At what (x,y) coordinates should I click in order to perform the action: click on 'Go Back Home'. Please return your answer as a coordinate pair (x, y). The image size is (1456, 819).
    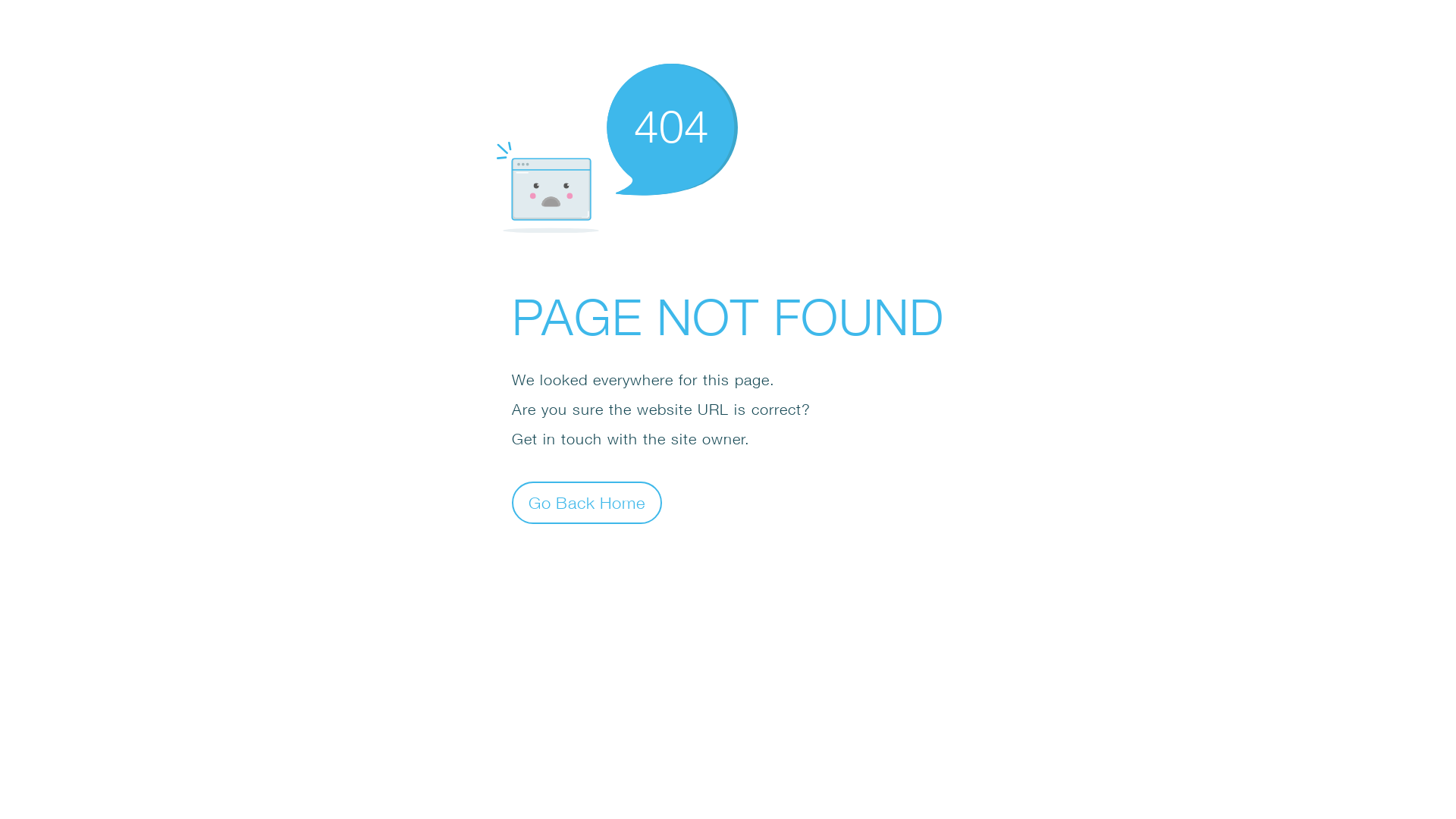
    Looking at the image, I should click on (585, 503).